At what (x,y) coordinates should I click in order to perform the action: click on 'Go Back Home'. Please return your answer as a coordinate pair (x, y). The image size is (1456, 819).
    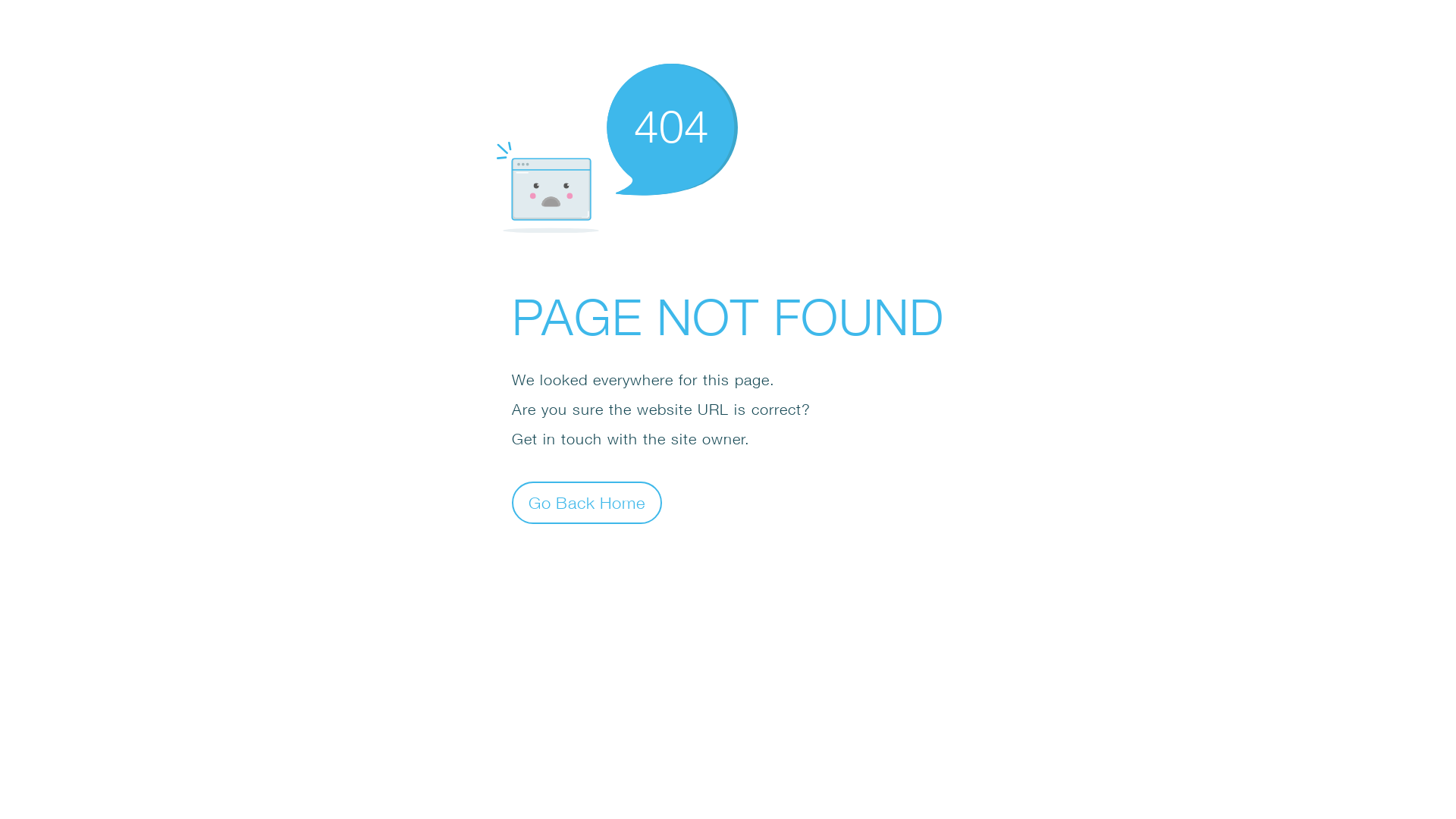
    Looking at the image, I should click on (585, 503).